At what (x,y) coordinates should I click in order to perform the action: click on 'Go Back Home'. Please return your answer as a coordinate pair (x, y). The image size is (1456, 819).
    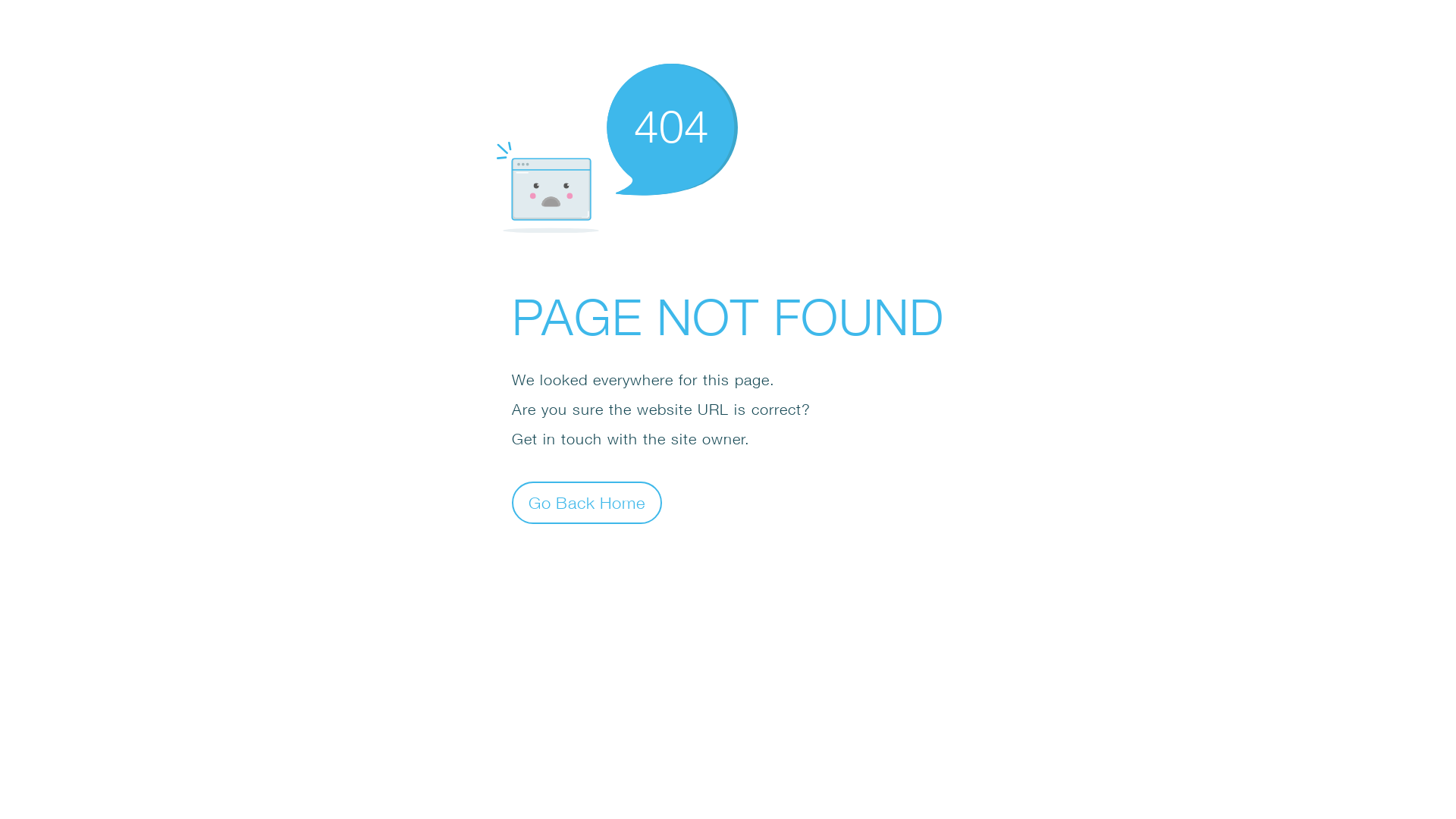
    Looking at the image, I should click on (585, 503).